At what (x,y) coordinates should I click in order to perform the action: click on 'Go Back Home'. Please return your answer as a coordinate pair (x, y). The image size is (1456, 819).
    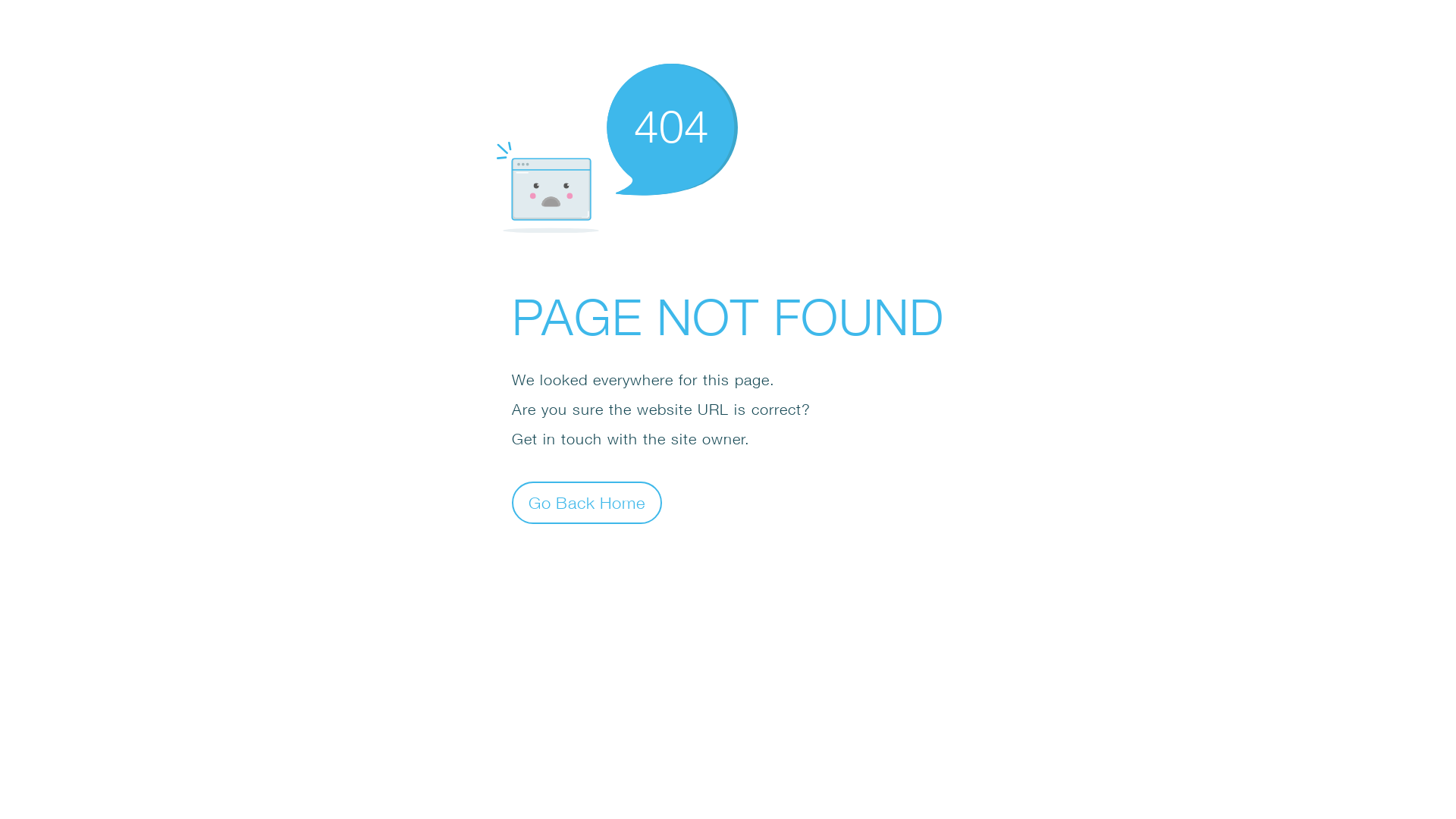
    Looking at the image, I should click on (585, 503).